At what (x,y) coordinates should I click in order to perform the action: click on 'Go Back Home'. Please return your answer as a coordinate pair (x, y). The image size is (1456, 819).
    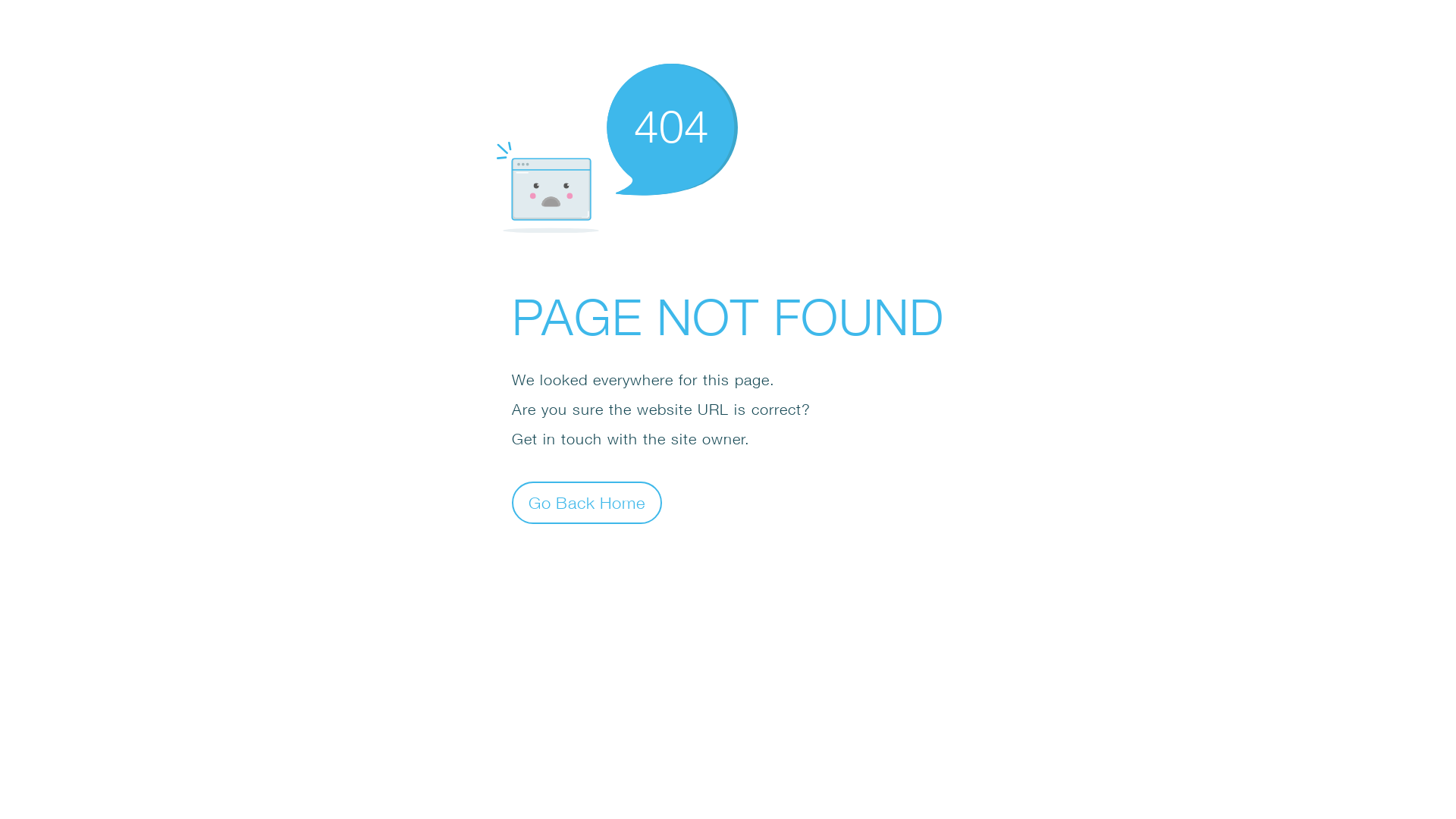
    Looking at the image, I should click on (585, 503).